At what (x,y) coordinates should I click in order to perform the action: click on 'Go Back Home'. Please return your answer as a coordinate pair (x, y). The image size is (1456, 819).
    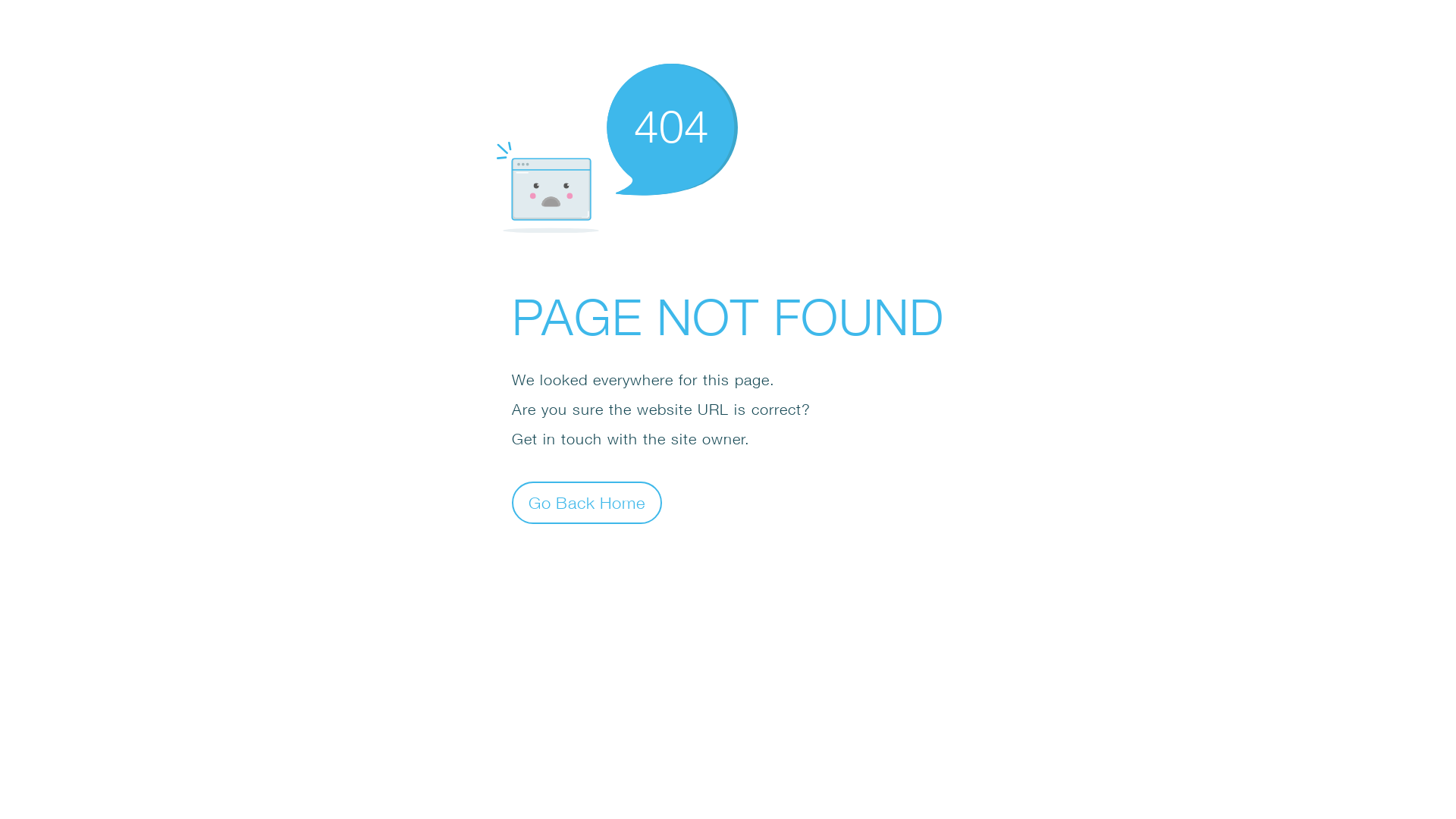
    Looking at the image, I should click on (585, 503).